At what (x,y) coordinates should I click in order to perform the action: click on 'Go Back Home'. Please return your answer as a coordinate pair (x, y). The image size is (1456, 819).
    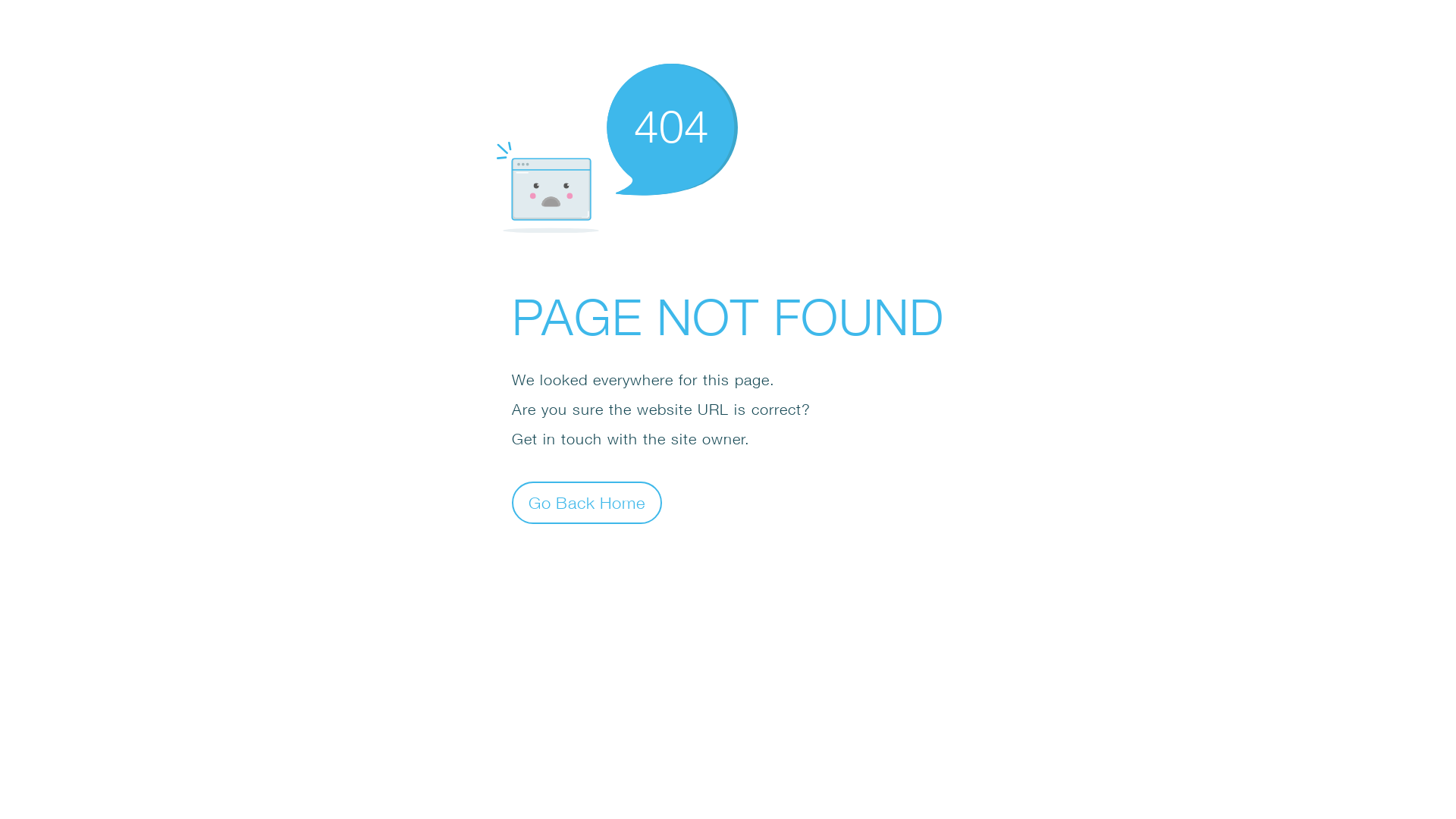
    Looking at the image, I should click on (585, 503).